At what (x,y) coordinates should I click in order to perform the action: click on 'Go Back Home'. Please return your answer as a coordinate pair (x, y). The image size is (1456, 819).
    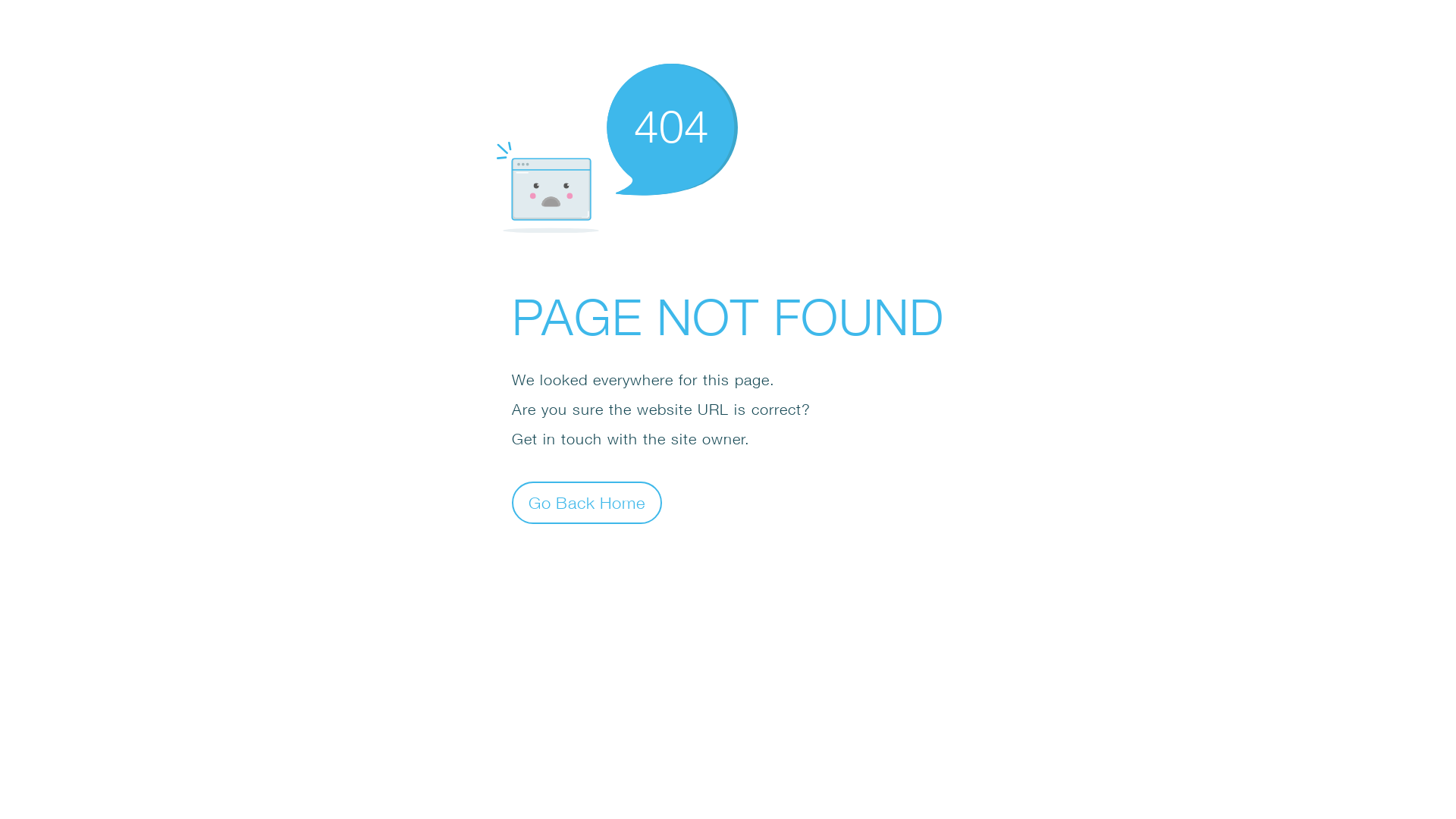
    Looking at the image, I should click on (585, 503).